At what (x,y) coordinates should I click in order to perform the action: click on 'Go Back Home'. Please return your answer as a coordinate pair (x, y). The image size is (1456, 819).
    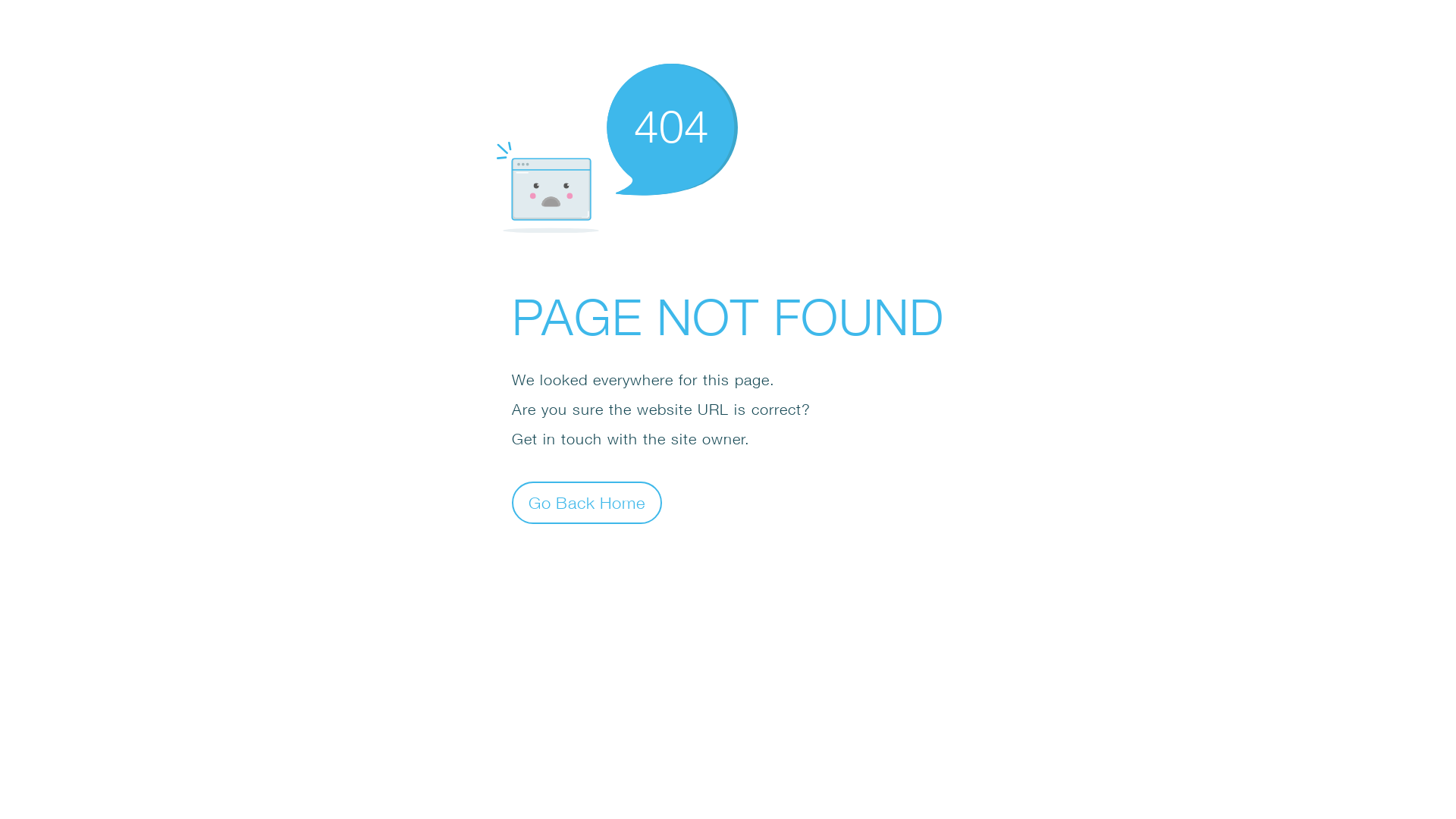
    Looking at the image, I should click on (585, 503).